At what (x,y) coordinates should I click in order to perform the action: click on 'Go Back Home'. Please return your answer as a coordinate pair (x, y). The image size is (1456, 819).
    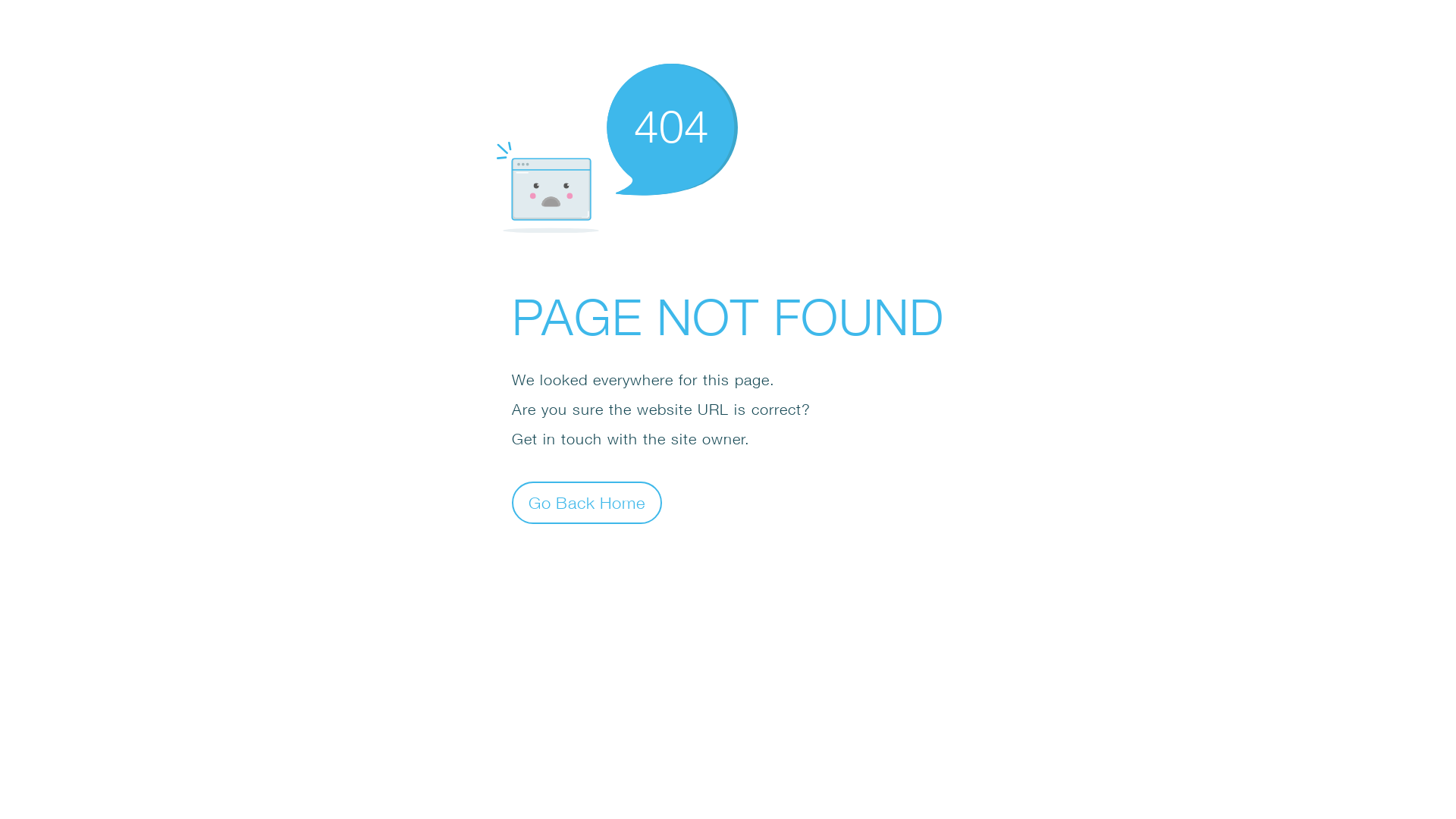
    Looking at the image, I should click on (585, 503).